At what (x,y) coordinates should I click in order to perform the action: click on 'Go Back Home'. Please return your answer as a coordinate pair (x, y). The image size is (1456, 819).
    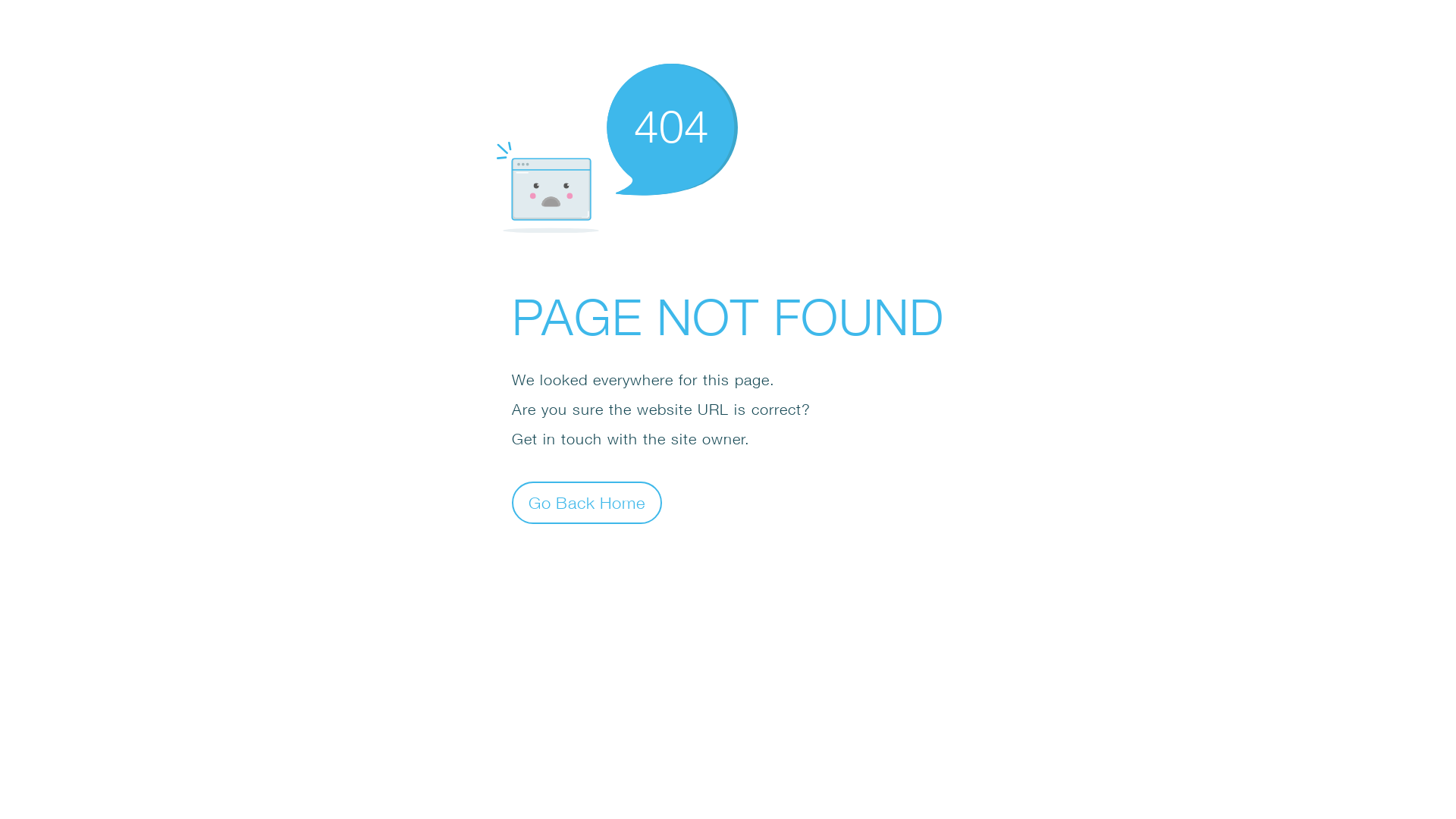
    Looking at the image, I should click on (585, 503).